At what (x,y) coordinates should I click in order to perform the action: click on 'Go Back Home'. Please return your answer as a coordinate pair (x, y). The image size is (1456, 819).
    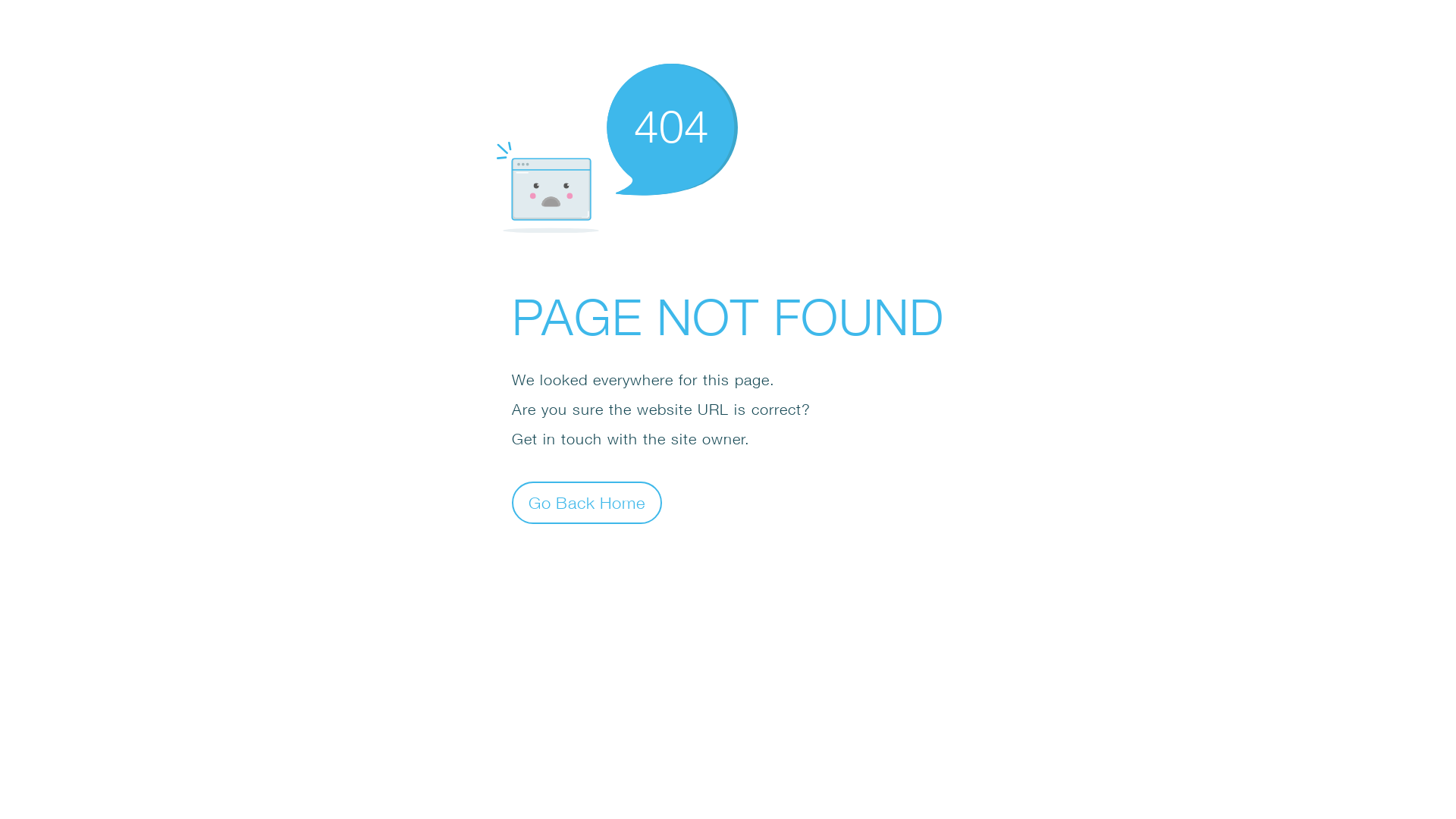
    Looking at the image, I should click on (585, 503).